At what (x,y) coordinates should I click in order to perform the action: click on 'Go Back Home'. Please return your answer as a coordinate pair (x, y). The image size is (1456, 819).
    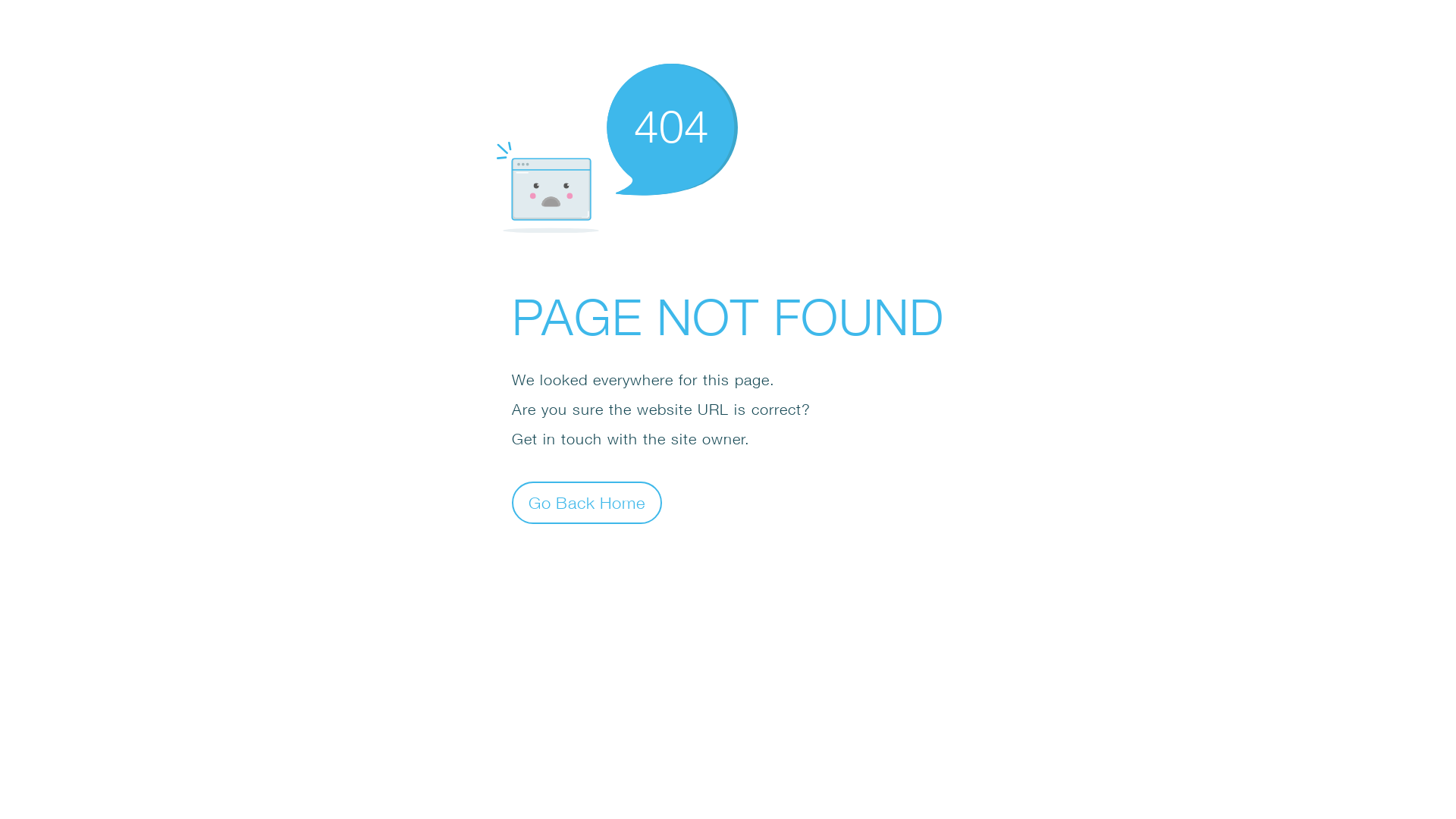
    Looking at the image, I should click on (585, 503).